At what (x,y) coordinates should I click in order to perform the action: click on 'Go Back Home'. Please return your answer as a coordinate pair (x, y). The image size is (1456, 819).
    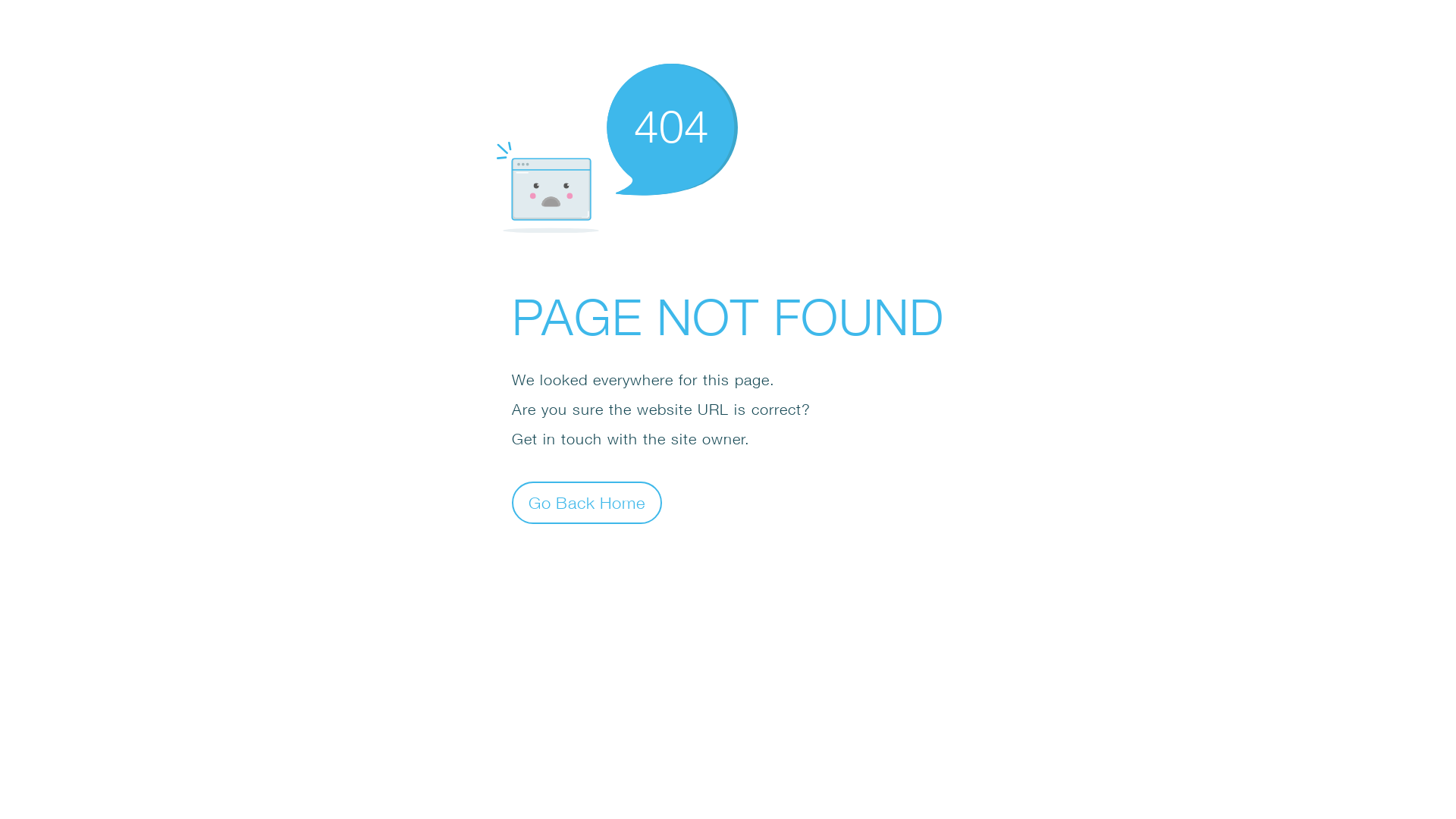
    Looking at the image, I should click on (585, 503).